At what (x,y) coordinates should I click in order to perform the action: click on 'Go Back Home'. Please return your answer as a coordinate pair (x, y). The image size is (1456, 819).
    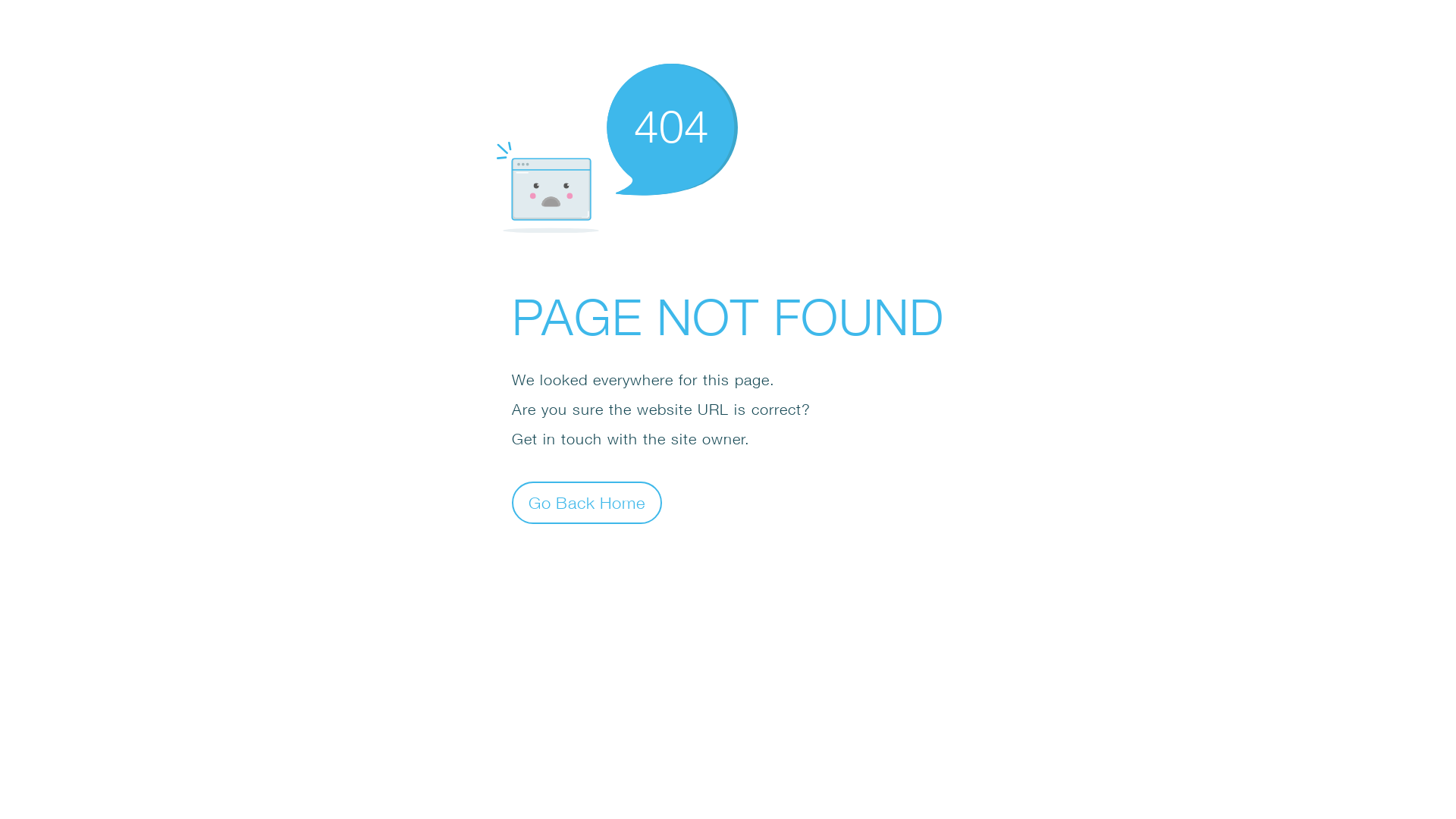
    Looking at the image, I should click on (585, 503).